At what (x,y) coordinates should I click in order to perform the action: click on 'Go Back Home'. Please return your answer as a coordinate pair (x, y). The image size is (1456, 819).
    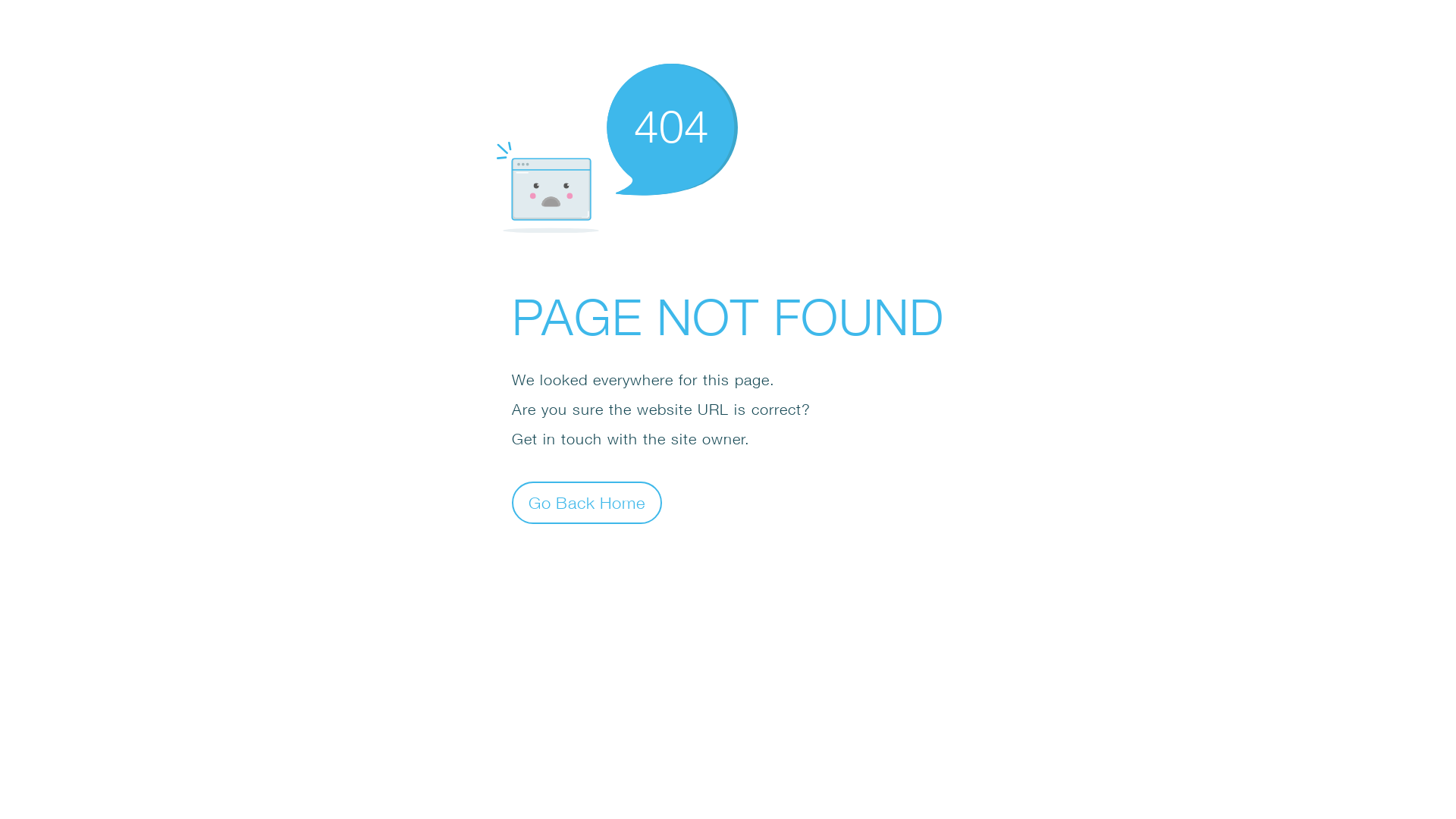
    Looking at the image, I should click on (585, 503).